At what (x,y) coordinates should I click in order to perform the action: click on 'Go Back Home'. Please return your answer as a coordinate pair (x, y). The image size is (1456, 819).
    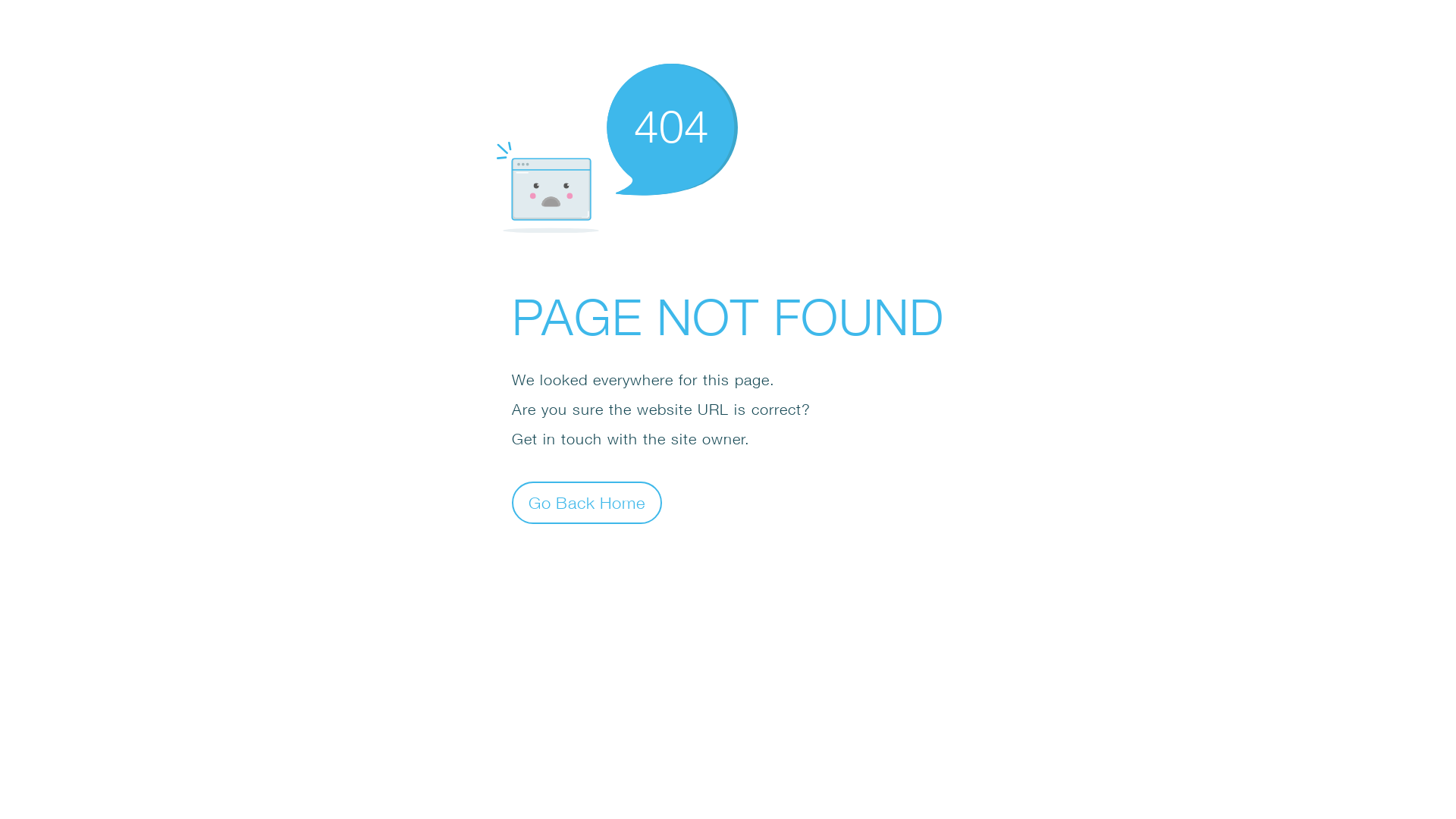
    Looking at the image, I should click on (585, 503).